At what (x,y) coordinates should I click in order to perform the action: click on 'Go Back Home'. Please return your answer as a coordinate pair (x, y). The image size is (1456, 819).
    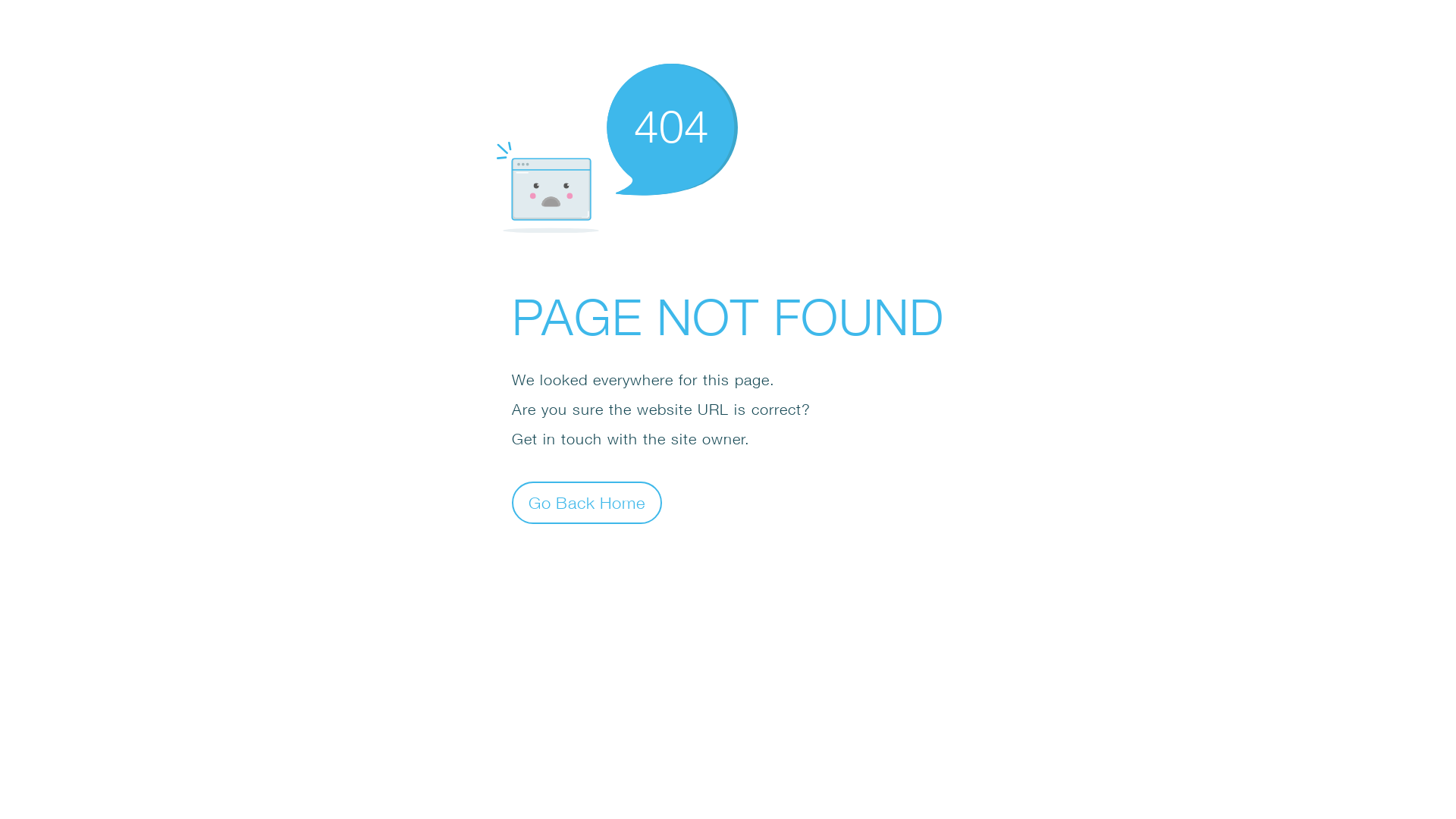
    Looking at the image, I should click on (585, 503).